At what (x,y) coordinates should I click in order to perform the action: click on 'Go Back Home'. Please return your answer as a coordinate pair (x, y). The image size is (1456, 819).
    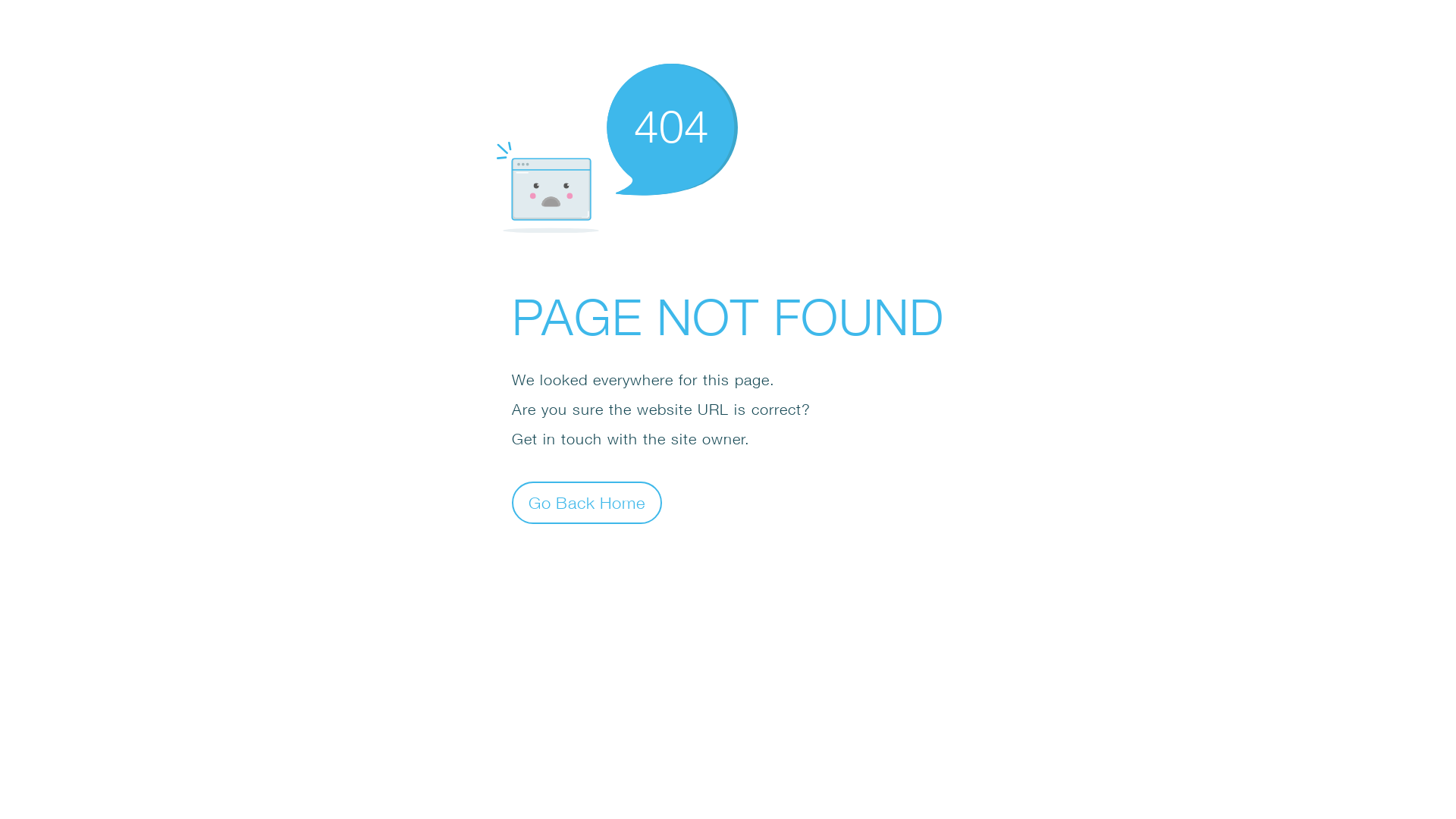
    Looking at the image, I should click on (585, 503).